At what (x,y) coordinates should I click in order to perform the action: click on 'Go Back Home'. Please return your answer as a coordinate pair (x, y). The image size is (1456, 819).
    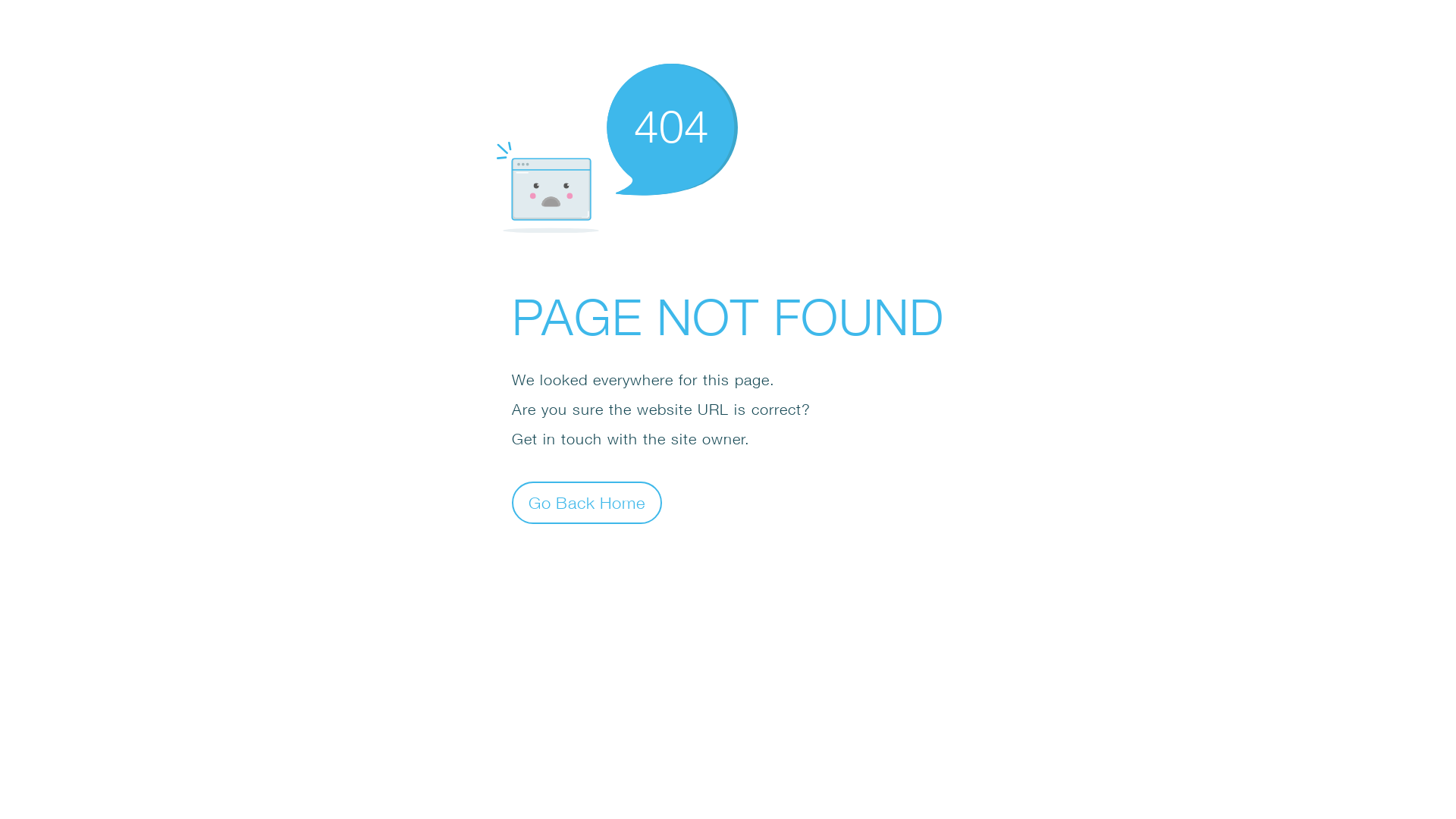
    Looking at the image, I should click on (585, 503).